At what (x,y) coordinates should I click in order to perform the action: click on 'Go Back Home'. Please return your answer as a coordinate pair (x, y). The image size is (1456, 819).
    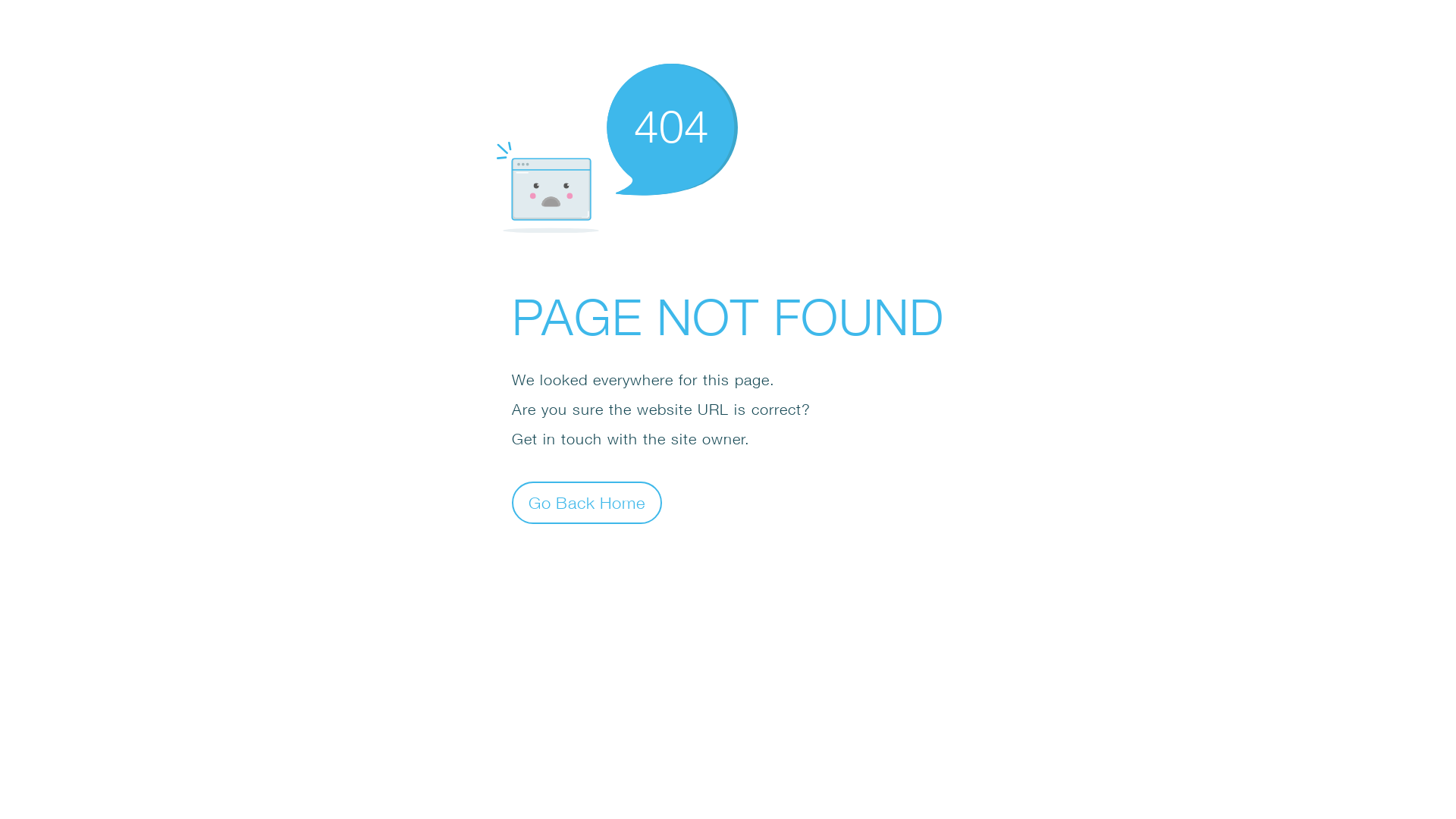
    Looking at the image, I should click on (585, 503).